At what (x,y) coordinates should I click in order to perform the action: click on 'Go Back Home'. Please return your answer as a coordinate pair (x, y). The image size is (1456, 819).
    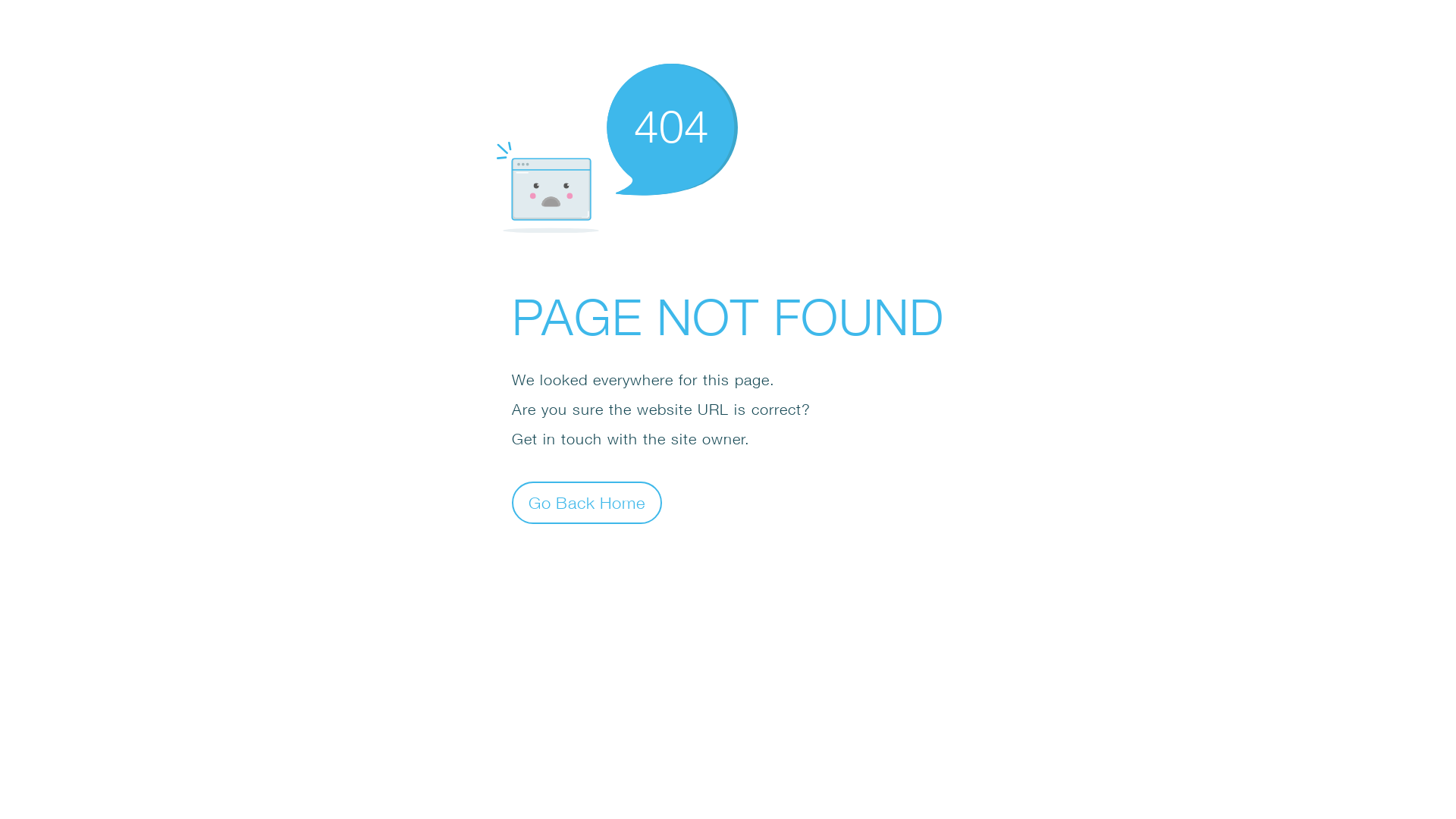
    Looking at the image, I should click on (585, 503).